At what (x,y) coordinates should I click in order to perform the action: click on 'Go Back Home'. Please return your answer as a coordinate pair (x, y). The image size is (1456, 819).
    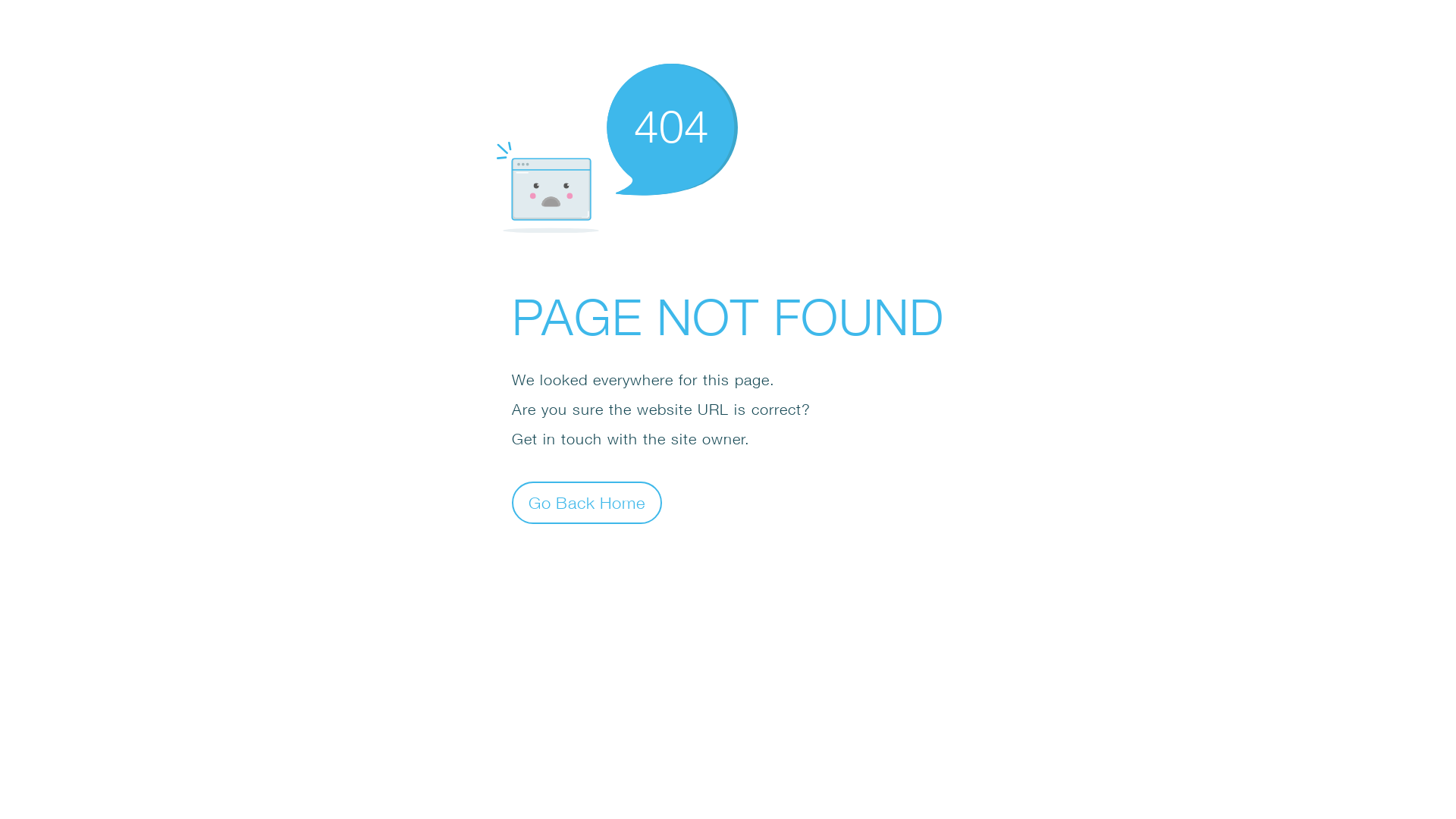
    Looking at the image, I should click on (585, 503).